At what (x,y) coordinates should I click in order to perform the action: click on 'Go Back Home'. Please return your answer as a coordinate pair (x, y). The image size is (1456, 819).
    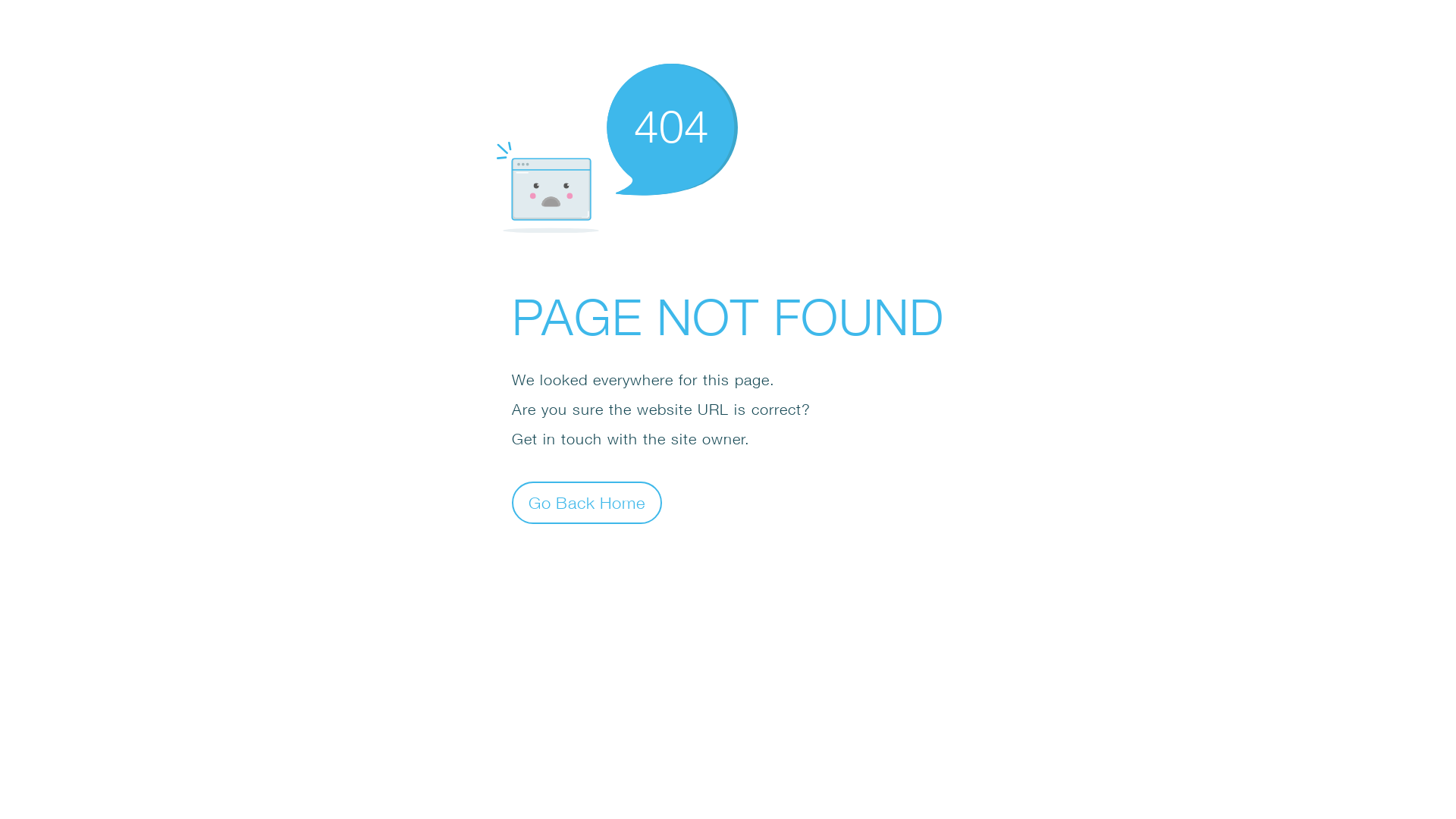
    Looking at the image, I should click on (585, 503).